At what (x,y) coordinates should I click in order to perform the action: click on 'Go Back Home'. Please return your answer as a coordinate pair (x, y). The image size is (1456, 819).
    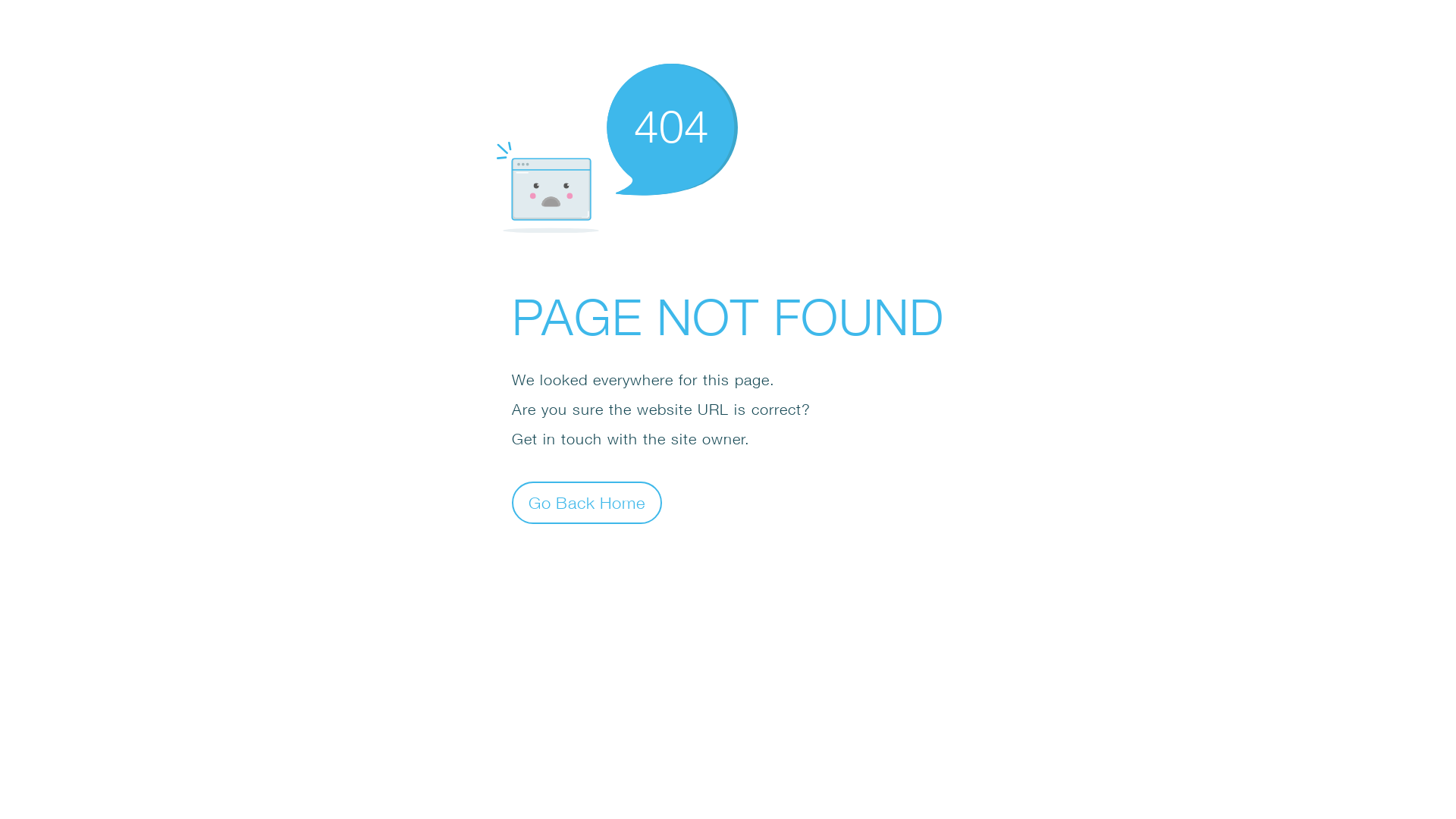
    Looking at the image, I should click on (585, 503).